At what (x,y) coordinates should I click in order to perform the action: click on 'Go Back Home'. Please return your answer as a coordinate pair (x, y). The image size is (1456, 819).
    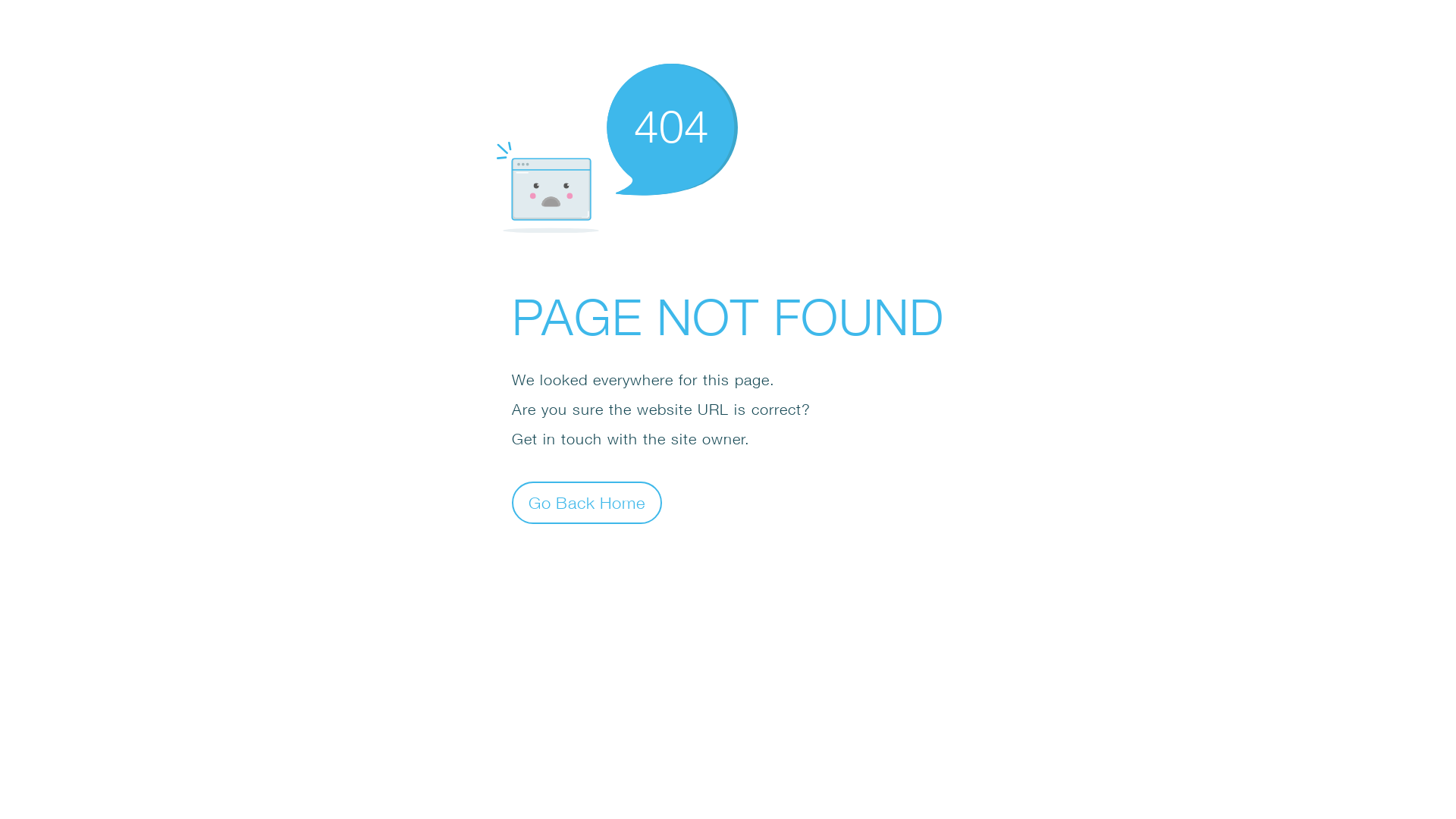
    Looking at the image, I should click on (585, 503).